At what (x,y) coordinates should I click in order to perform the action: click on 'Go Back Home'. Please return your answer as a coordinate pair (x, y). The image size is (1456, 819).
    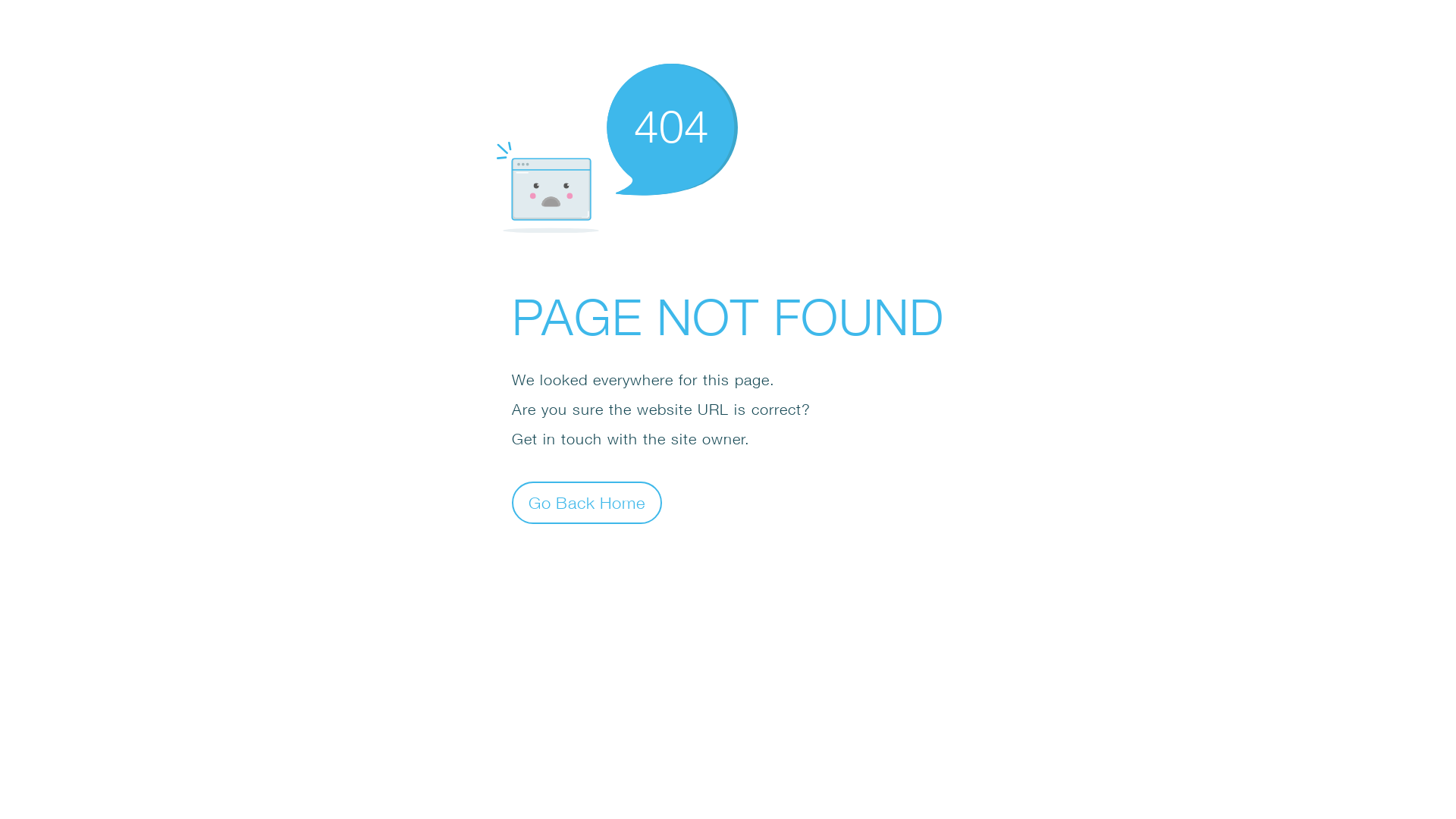
    Looking at the image, I should click on (585, 503).